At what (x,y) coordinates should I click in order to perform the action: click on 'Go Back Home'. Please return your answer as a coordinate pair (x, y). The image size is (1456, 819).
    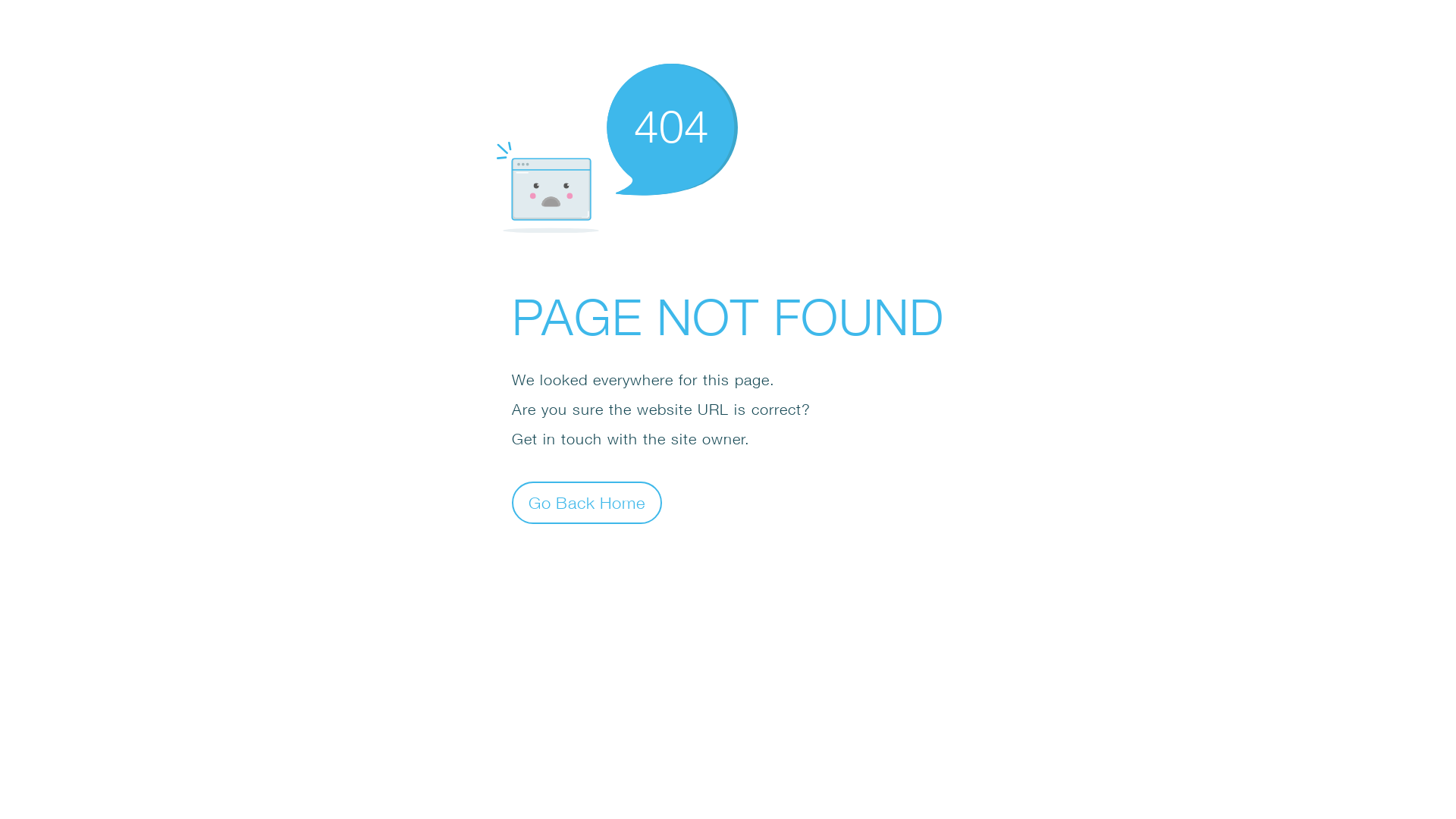
    Looking at the image, I should click on (585, 503).